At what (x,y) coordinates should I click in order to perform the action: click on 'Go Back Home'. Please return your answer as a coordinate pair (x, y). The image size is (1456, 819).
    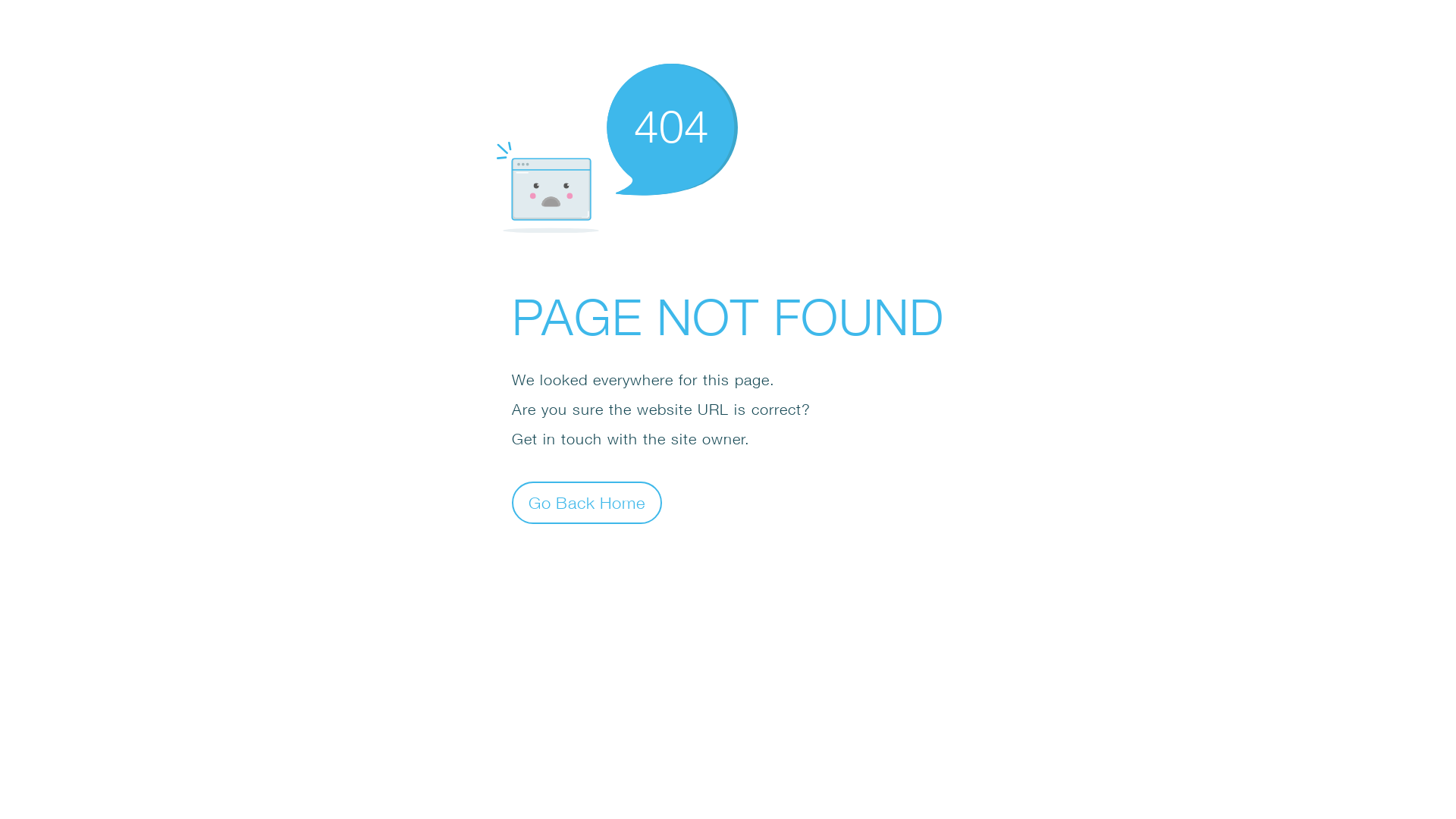
    Looking at the image, I should click on (585, 503).